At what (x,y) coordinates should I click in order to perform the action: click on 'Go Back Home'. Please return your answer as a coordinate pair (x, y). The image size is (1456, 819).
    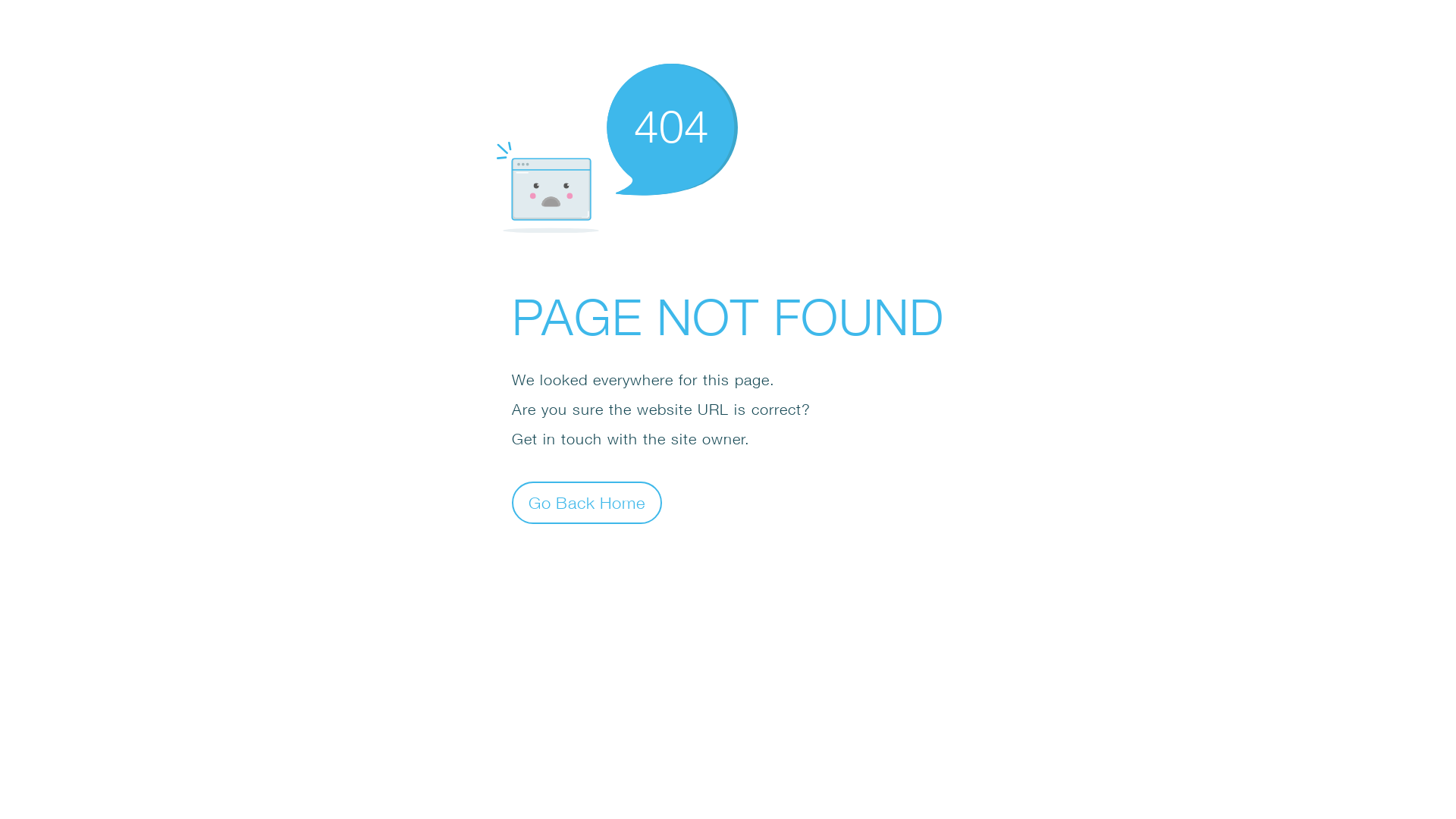
    Looking at the image, I should click on (585, 503).